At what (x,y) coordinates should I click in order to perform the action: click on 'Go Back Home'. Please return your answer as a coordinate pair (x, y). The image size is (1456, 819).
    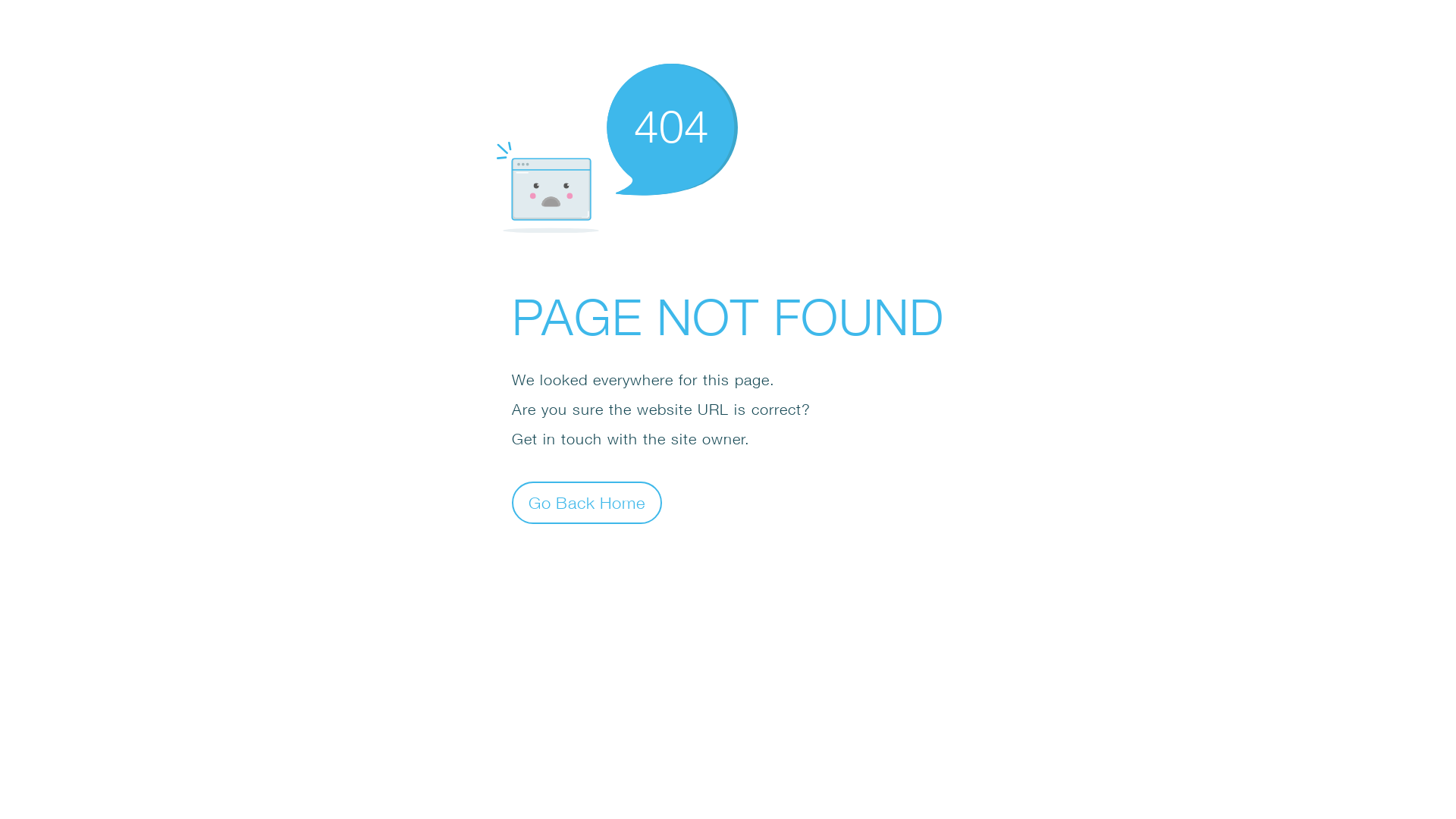
    Looking at the image, I should click on (585, 503).